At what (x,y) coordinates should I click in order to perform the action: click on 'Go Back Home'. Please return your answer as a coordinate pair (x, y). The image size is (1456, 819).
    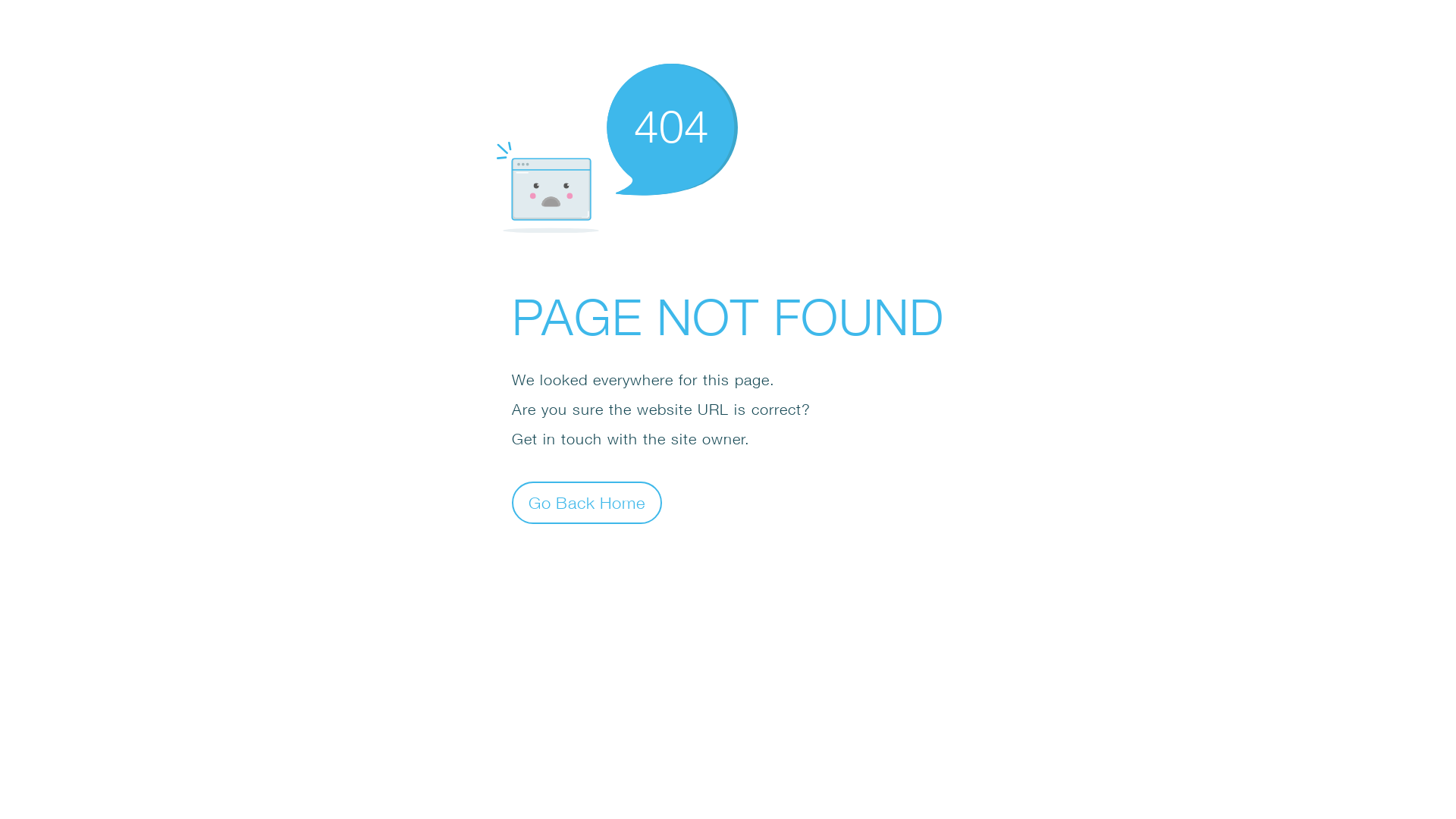
    Looking at the image, I should click on (585, 503).